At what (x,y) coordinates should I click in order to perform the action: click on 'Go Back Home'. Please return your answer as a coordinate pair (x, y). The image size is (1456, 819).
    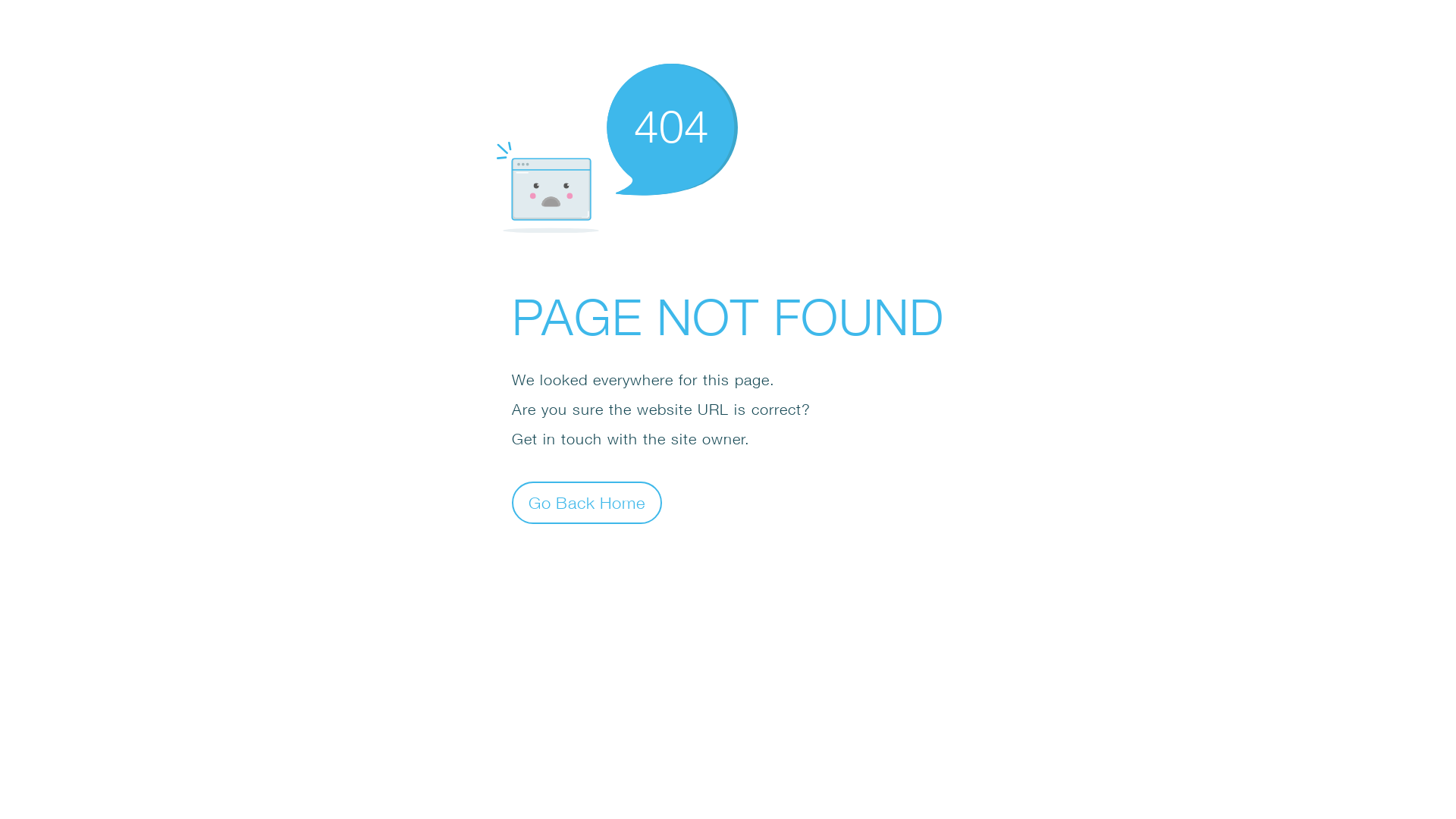
    Looking at the image, I should click on (585, 503).